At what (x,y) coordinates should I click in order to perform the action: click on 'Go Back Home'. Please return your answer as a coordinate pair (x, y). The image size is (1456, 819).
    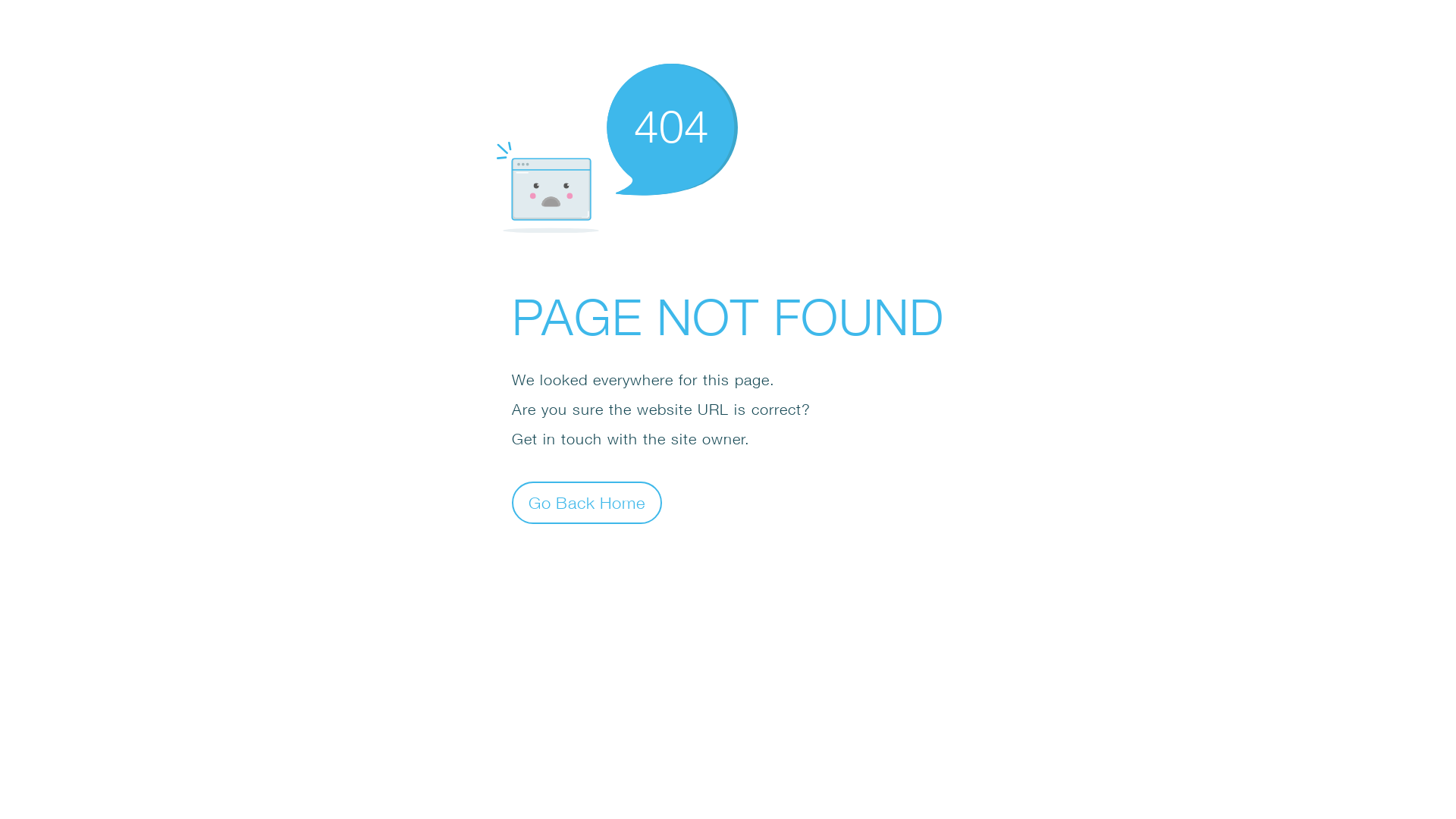
    Looking at the image, I should click on (585, 503).